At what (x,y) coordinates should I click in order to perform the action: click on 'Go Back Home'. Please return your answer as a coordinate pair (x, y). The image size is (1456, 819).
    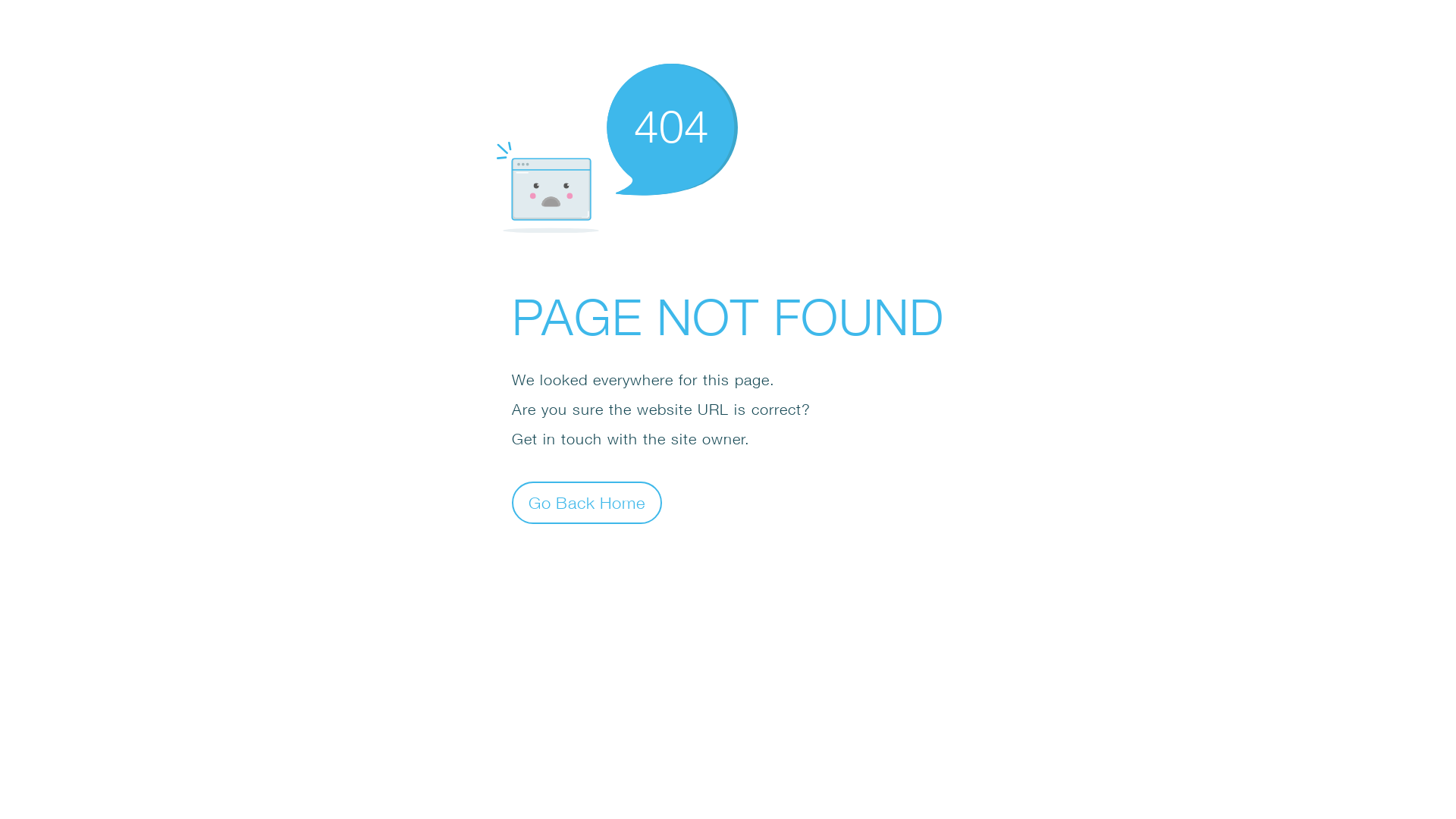
    Looking at the image, I should click on (585, 503).